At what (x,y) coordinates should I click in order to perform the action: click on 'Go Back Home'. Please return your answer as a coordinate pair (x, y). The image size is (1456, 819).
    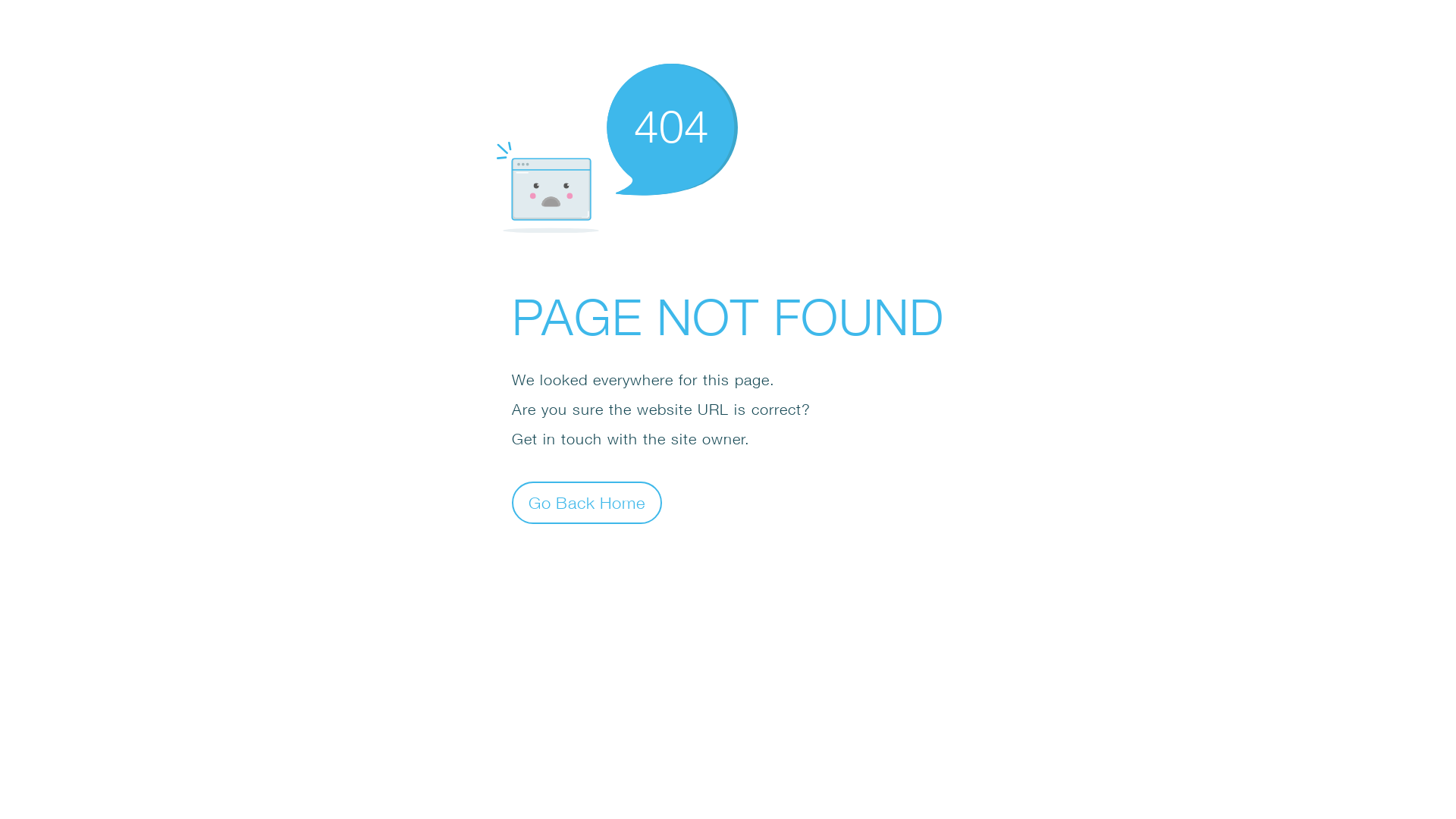
    Looking at the image, I should click on (585, 503).